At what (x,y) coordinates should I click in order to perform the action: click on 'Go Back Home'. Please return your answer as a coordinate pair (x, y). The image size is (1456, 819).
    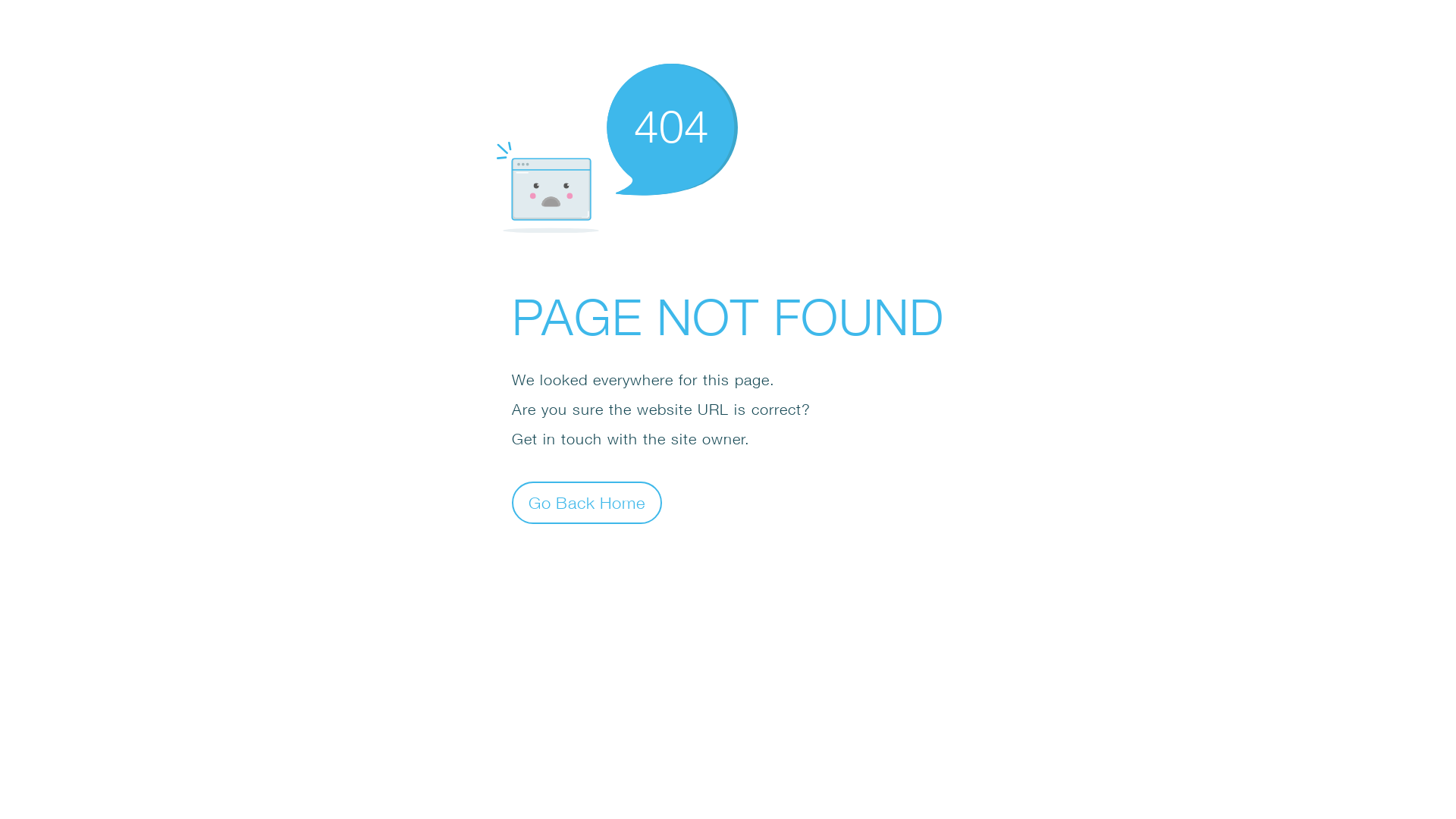
    Looking at the image, I should click on (585, 503).